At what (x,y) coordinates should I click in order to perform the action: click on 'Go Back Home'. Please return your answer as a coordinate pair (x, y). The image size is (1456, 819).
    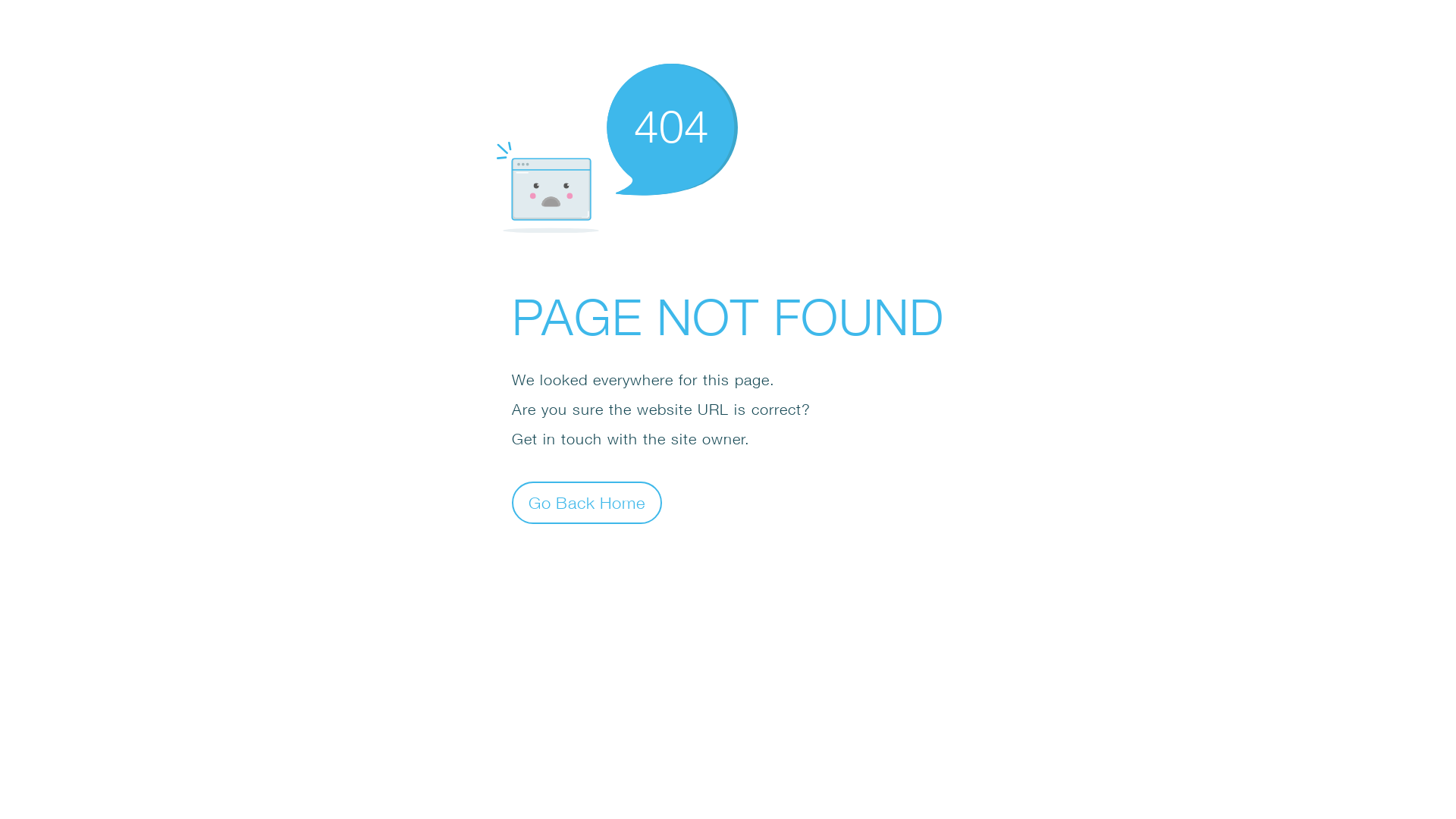
    Looking at the image, I should click on (585, 503).